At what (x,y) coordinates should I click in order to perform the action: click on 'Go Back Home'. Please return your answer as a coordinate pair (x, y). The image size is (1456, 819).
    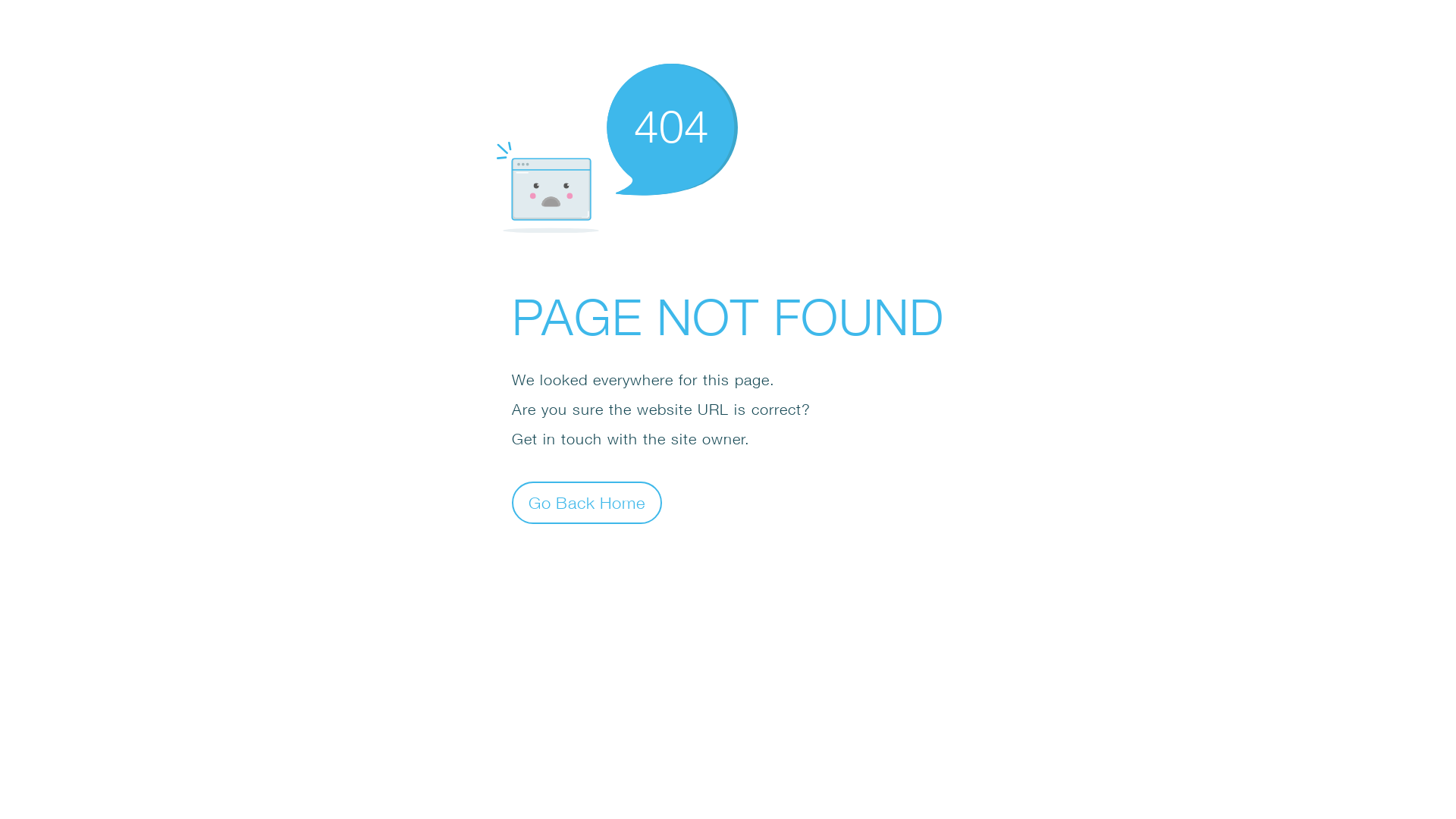
    Looking at the image, I should click on (585, 503).